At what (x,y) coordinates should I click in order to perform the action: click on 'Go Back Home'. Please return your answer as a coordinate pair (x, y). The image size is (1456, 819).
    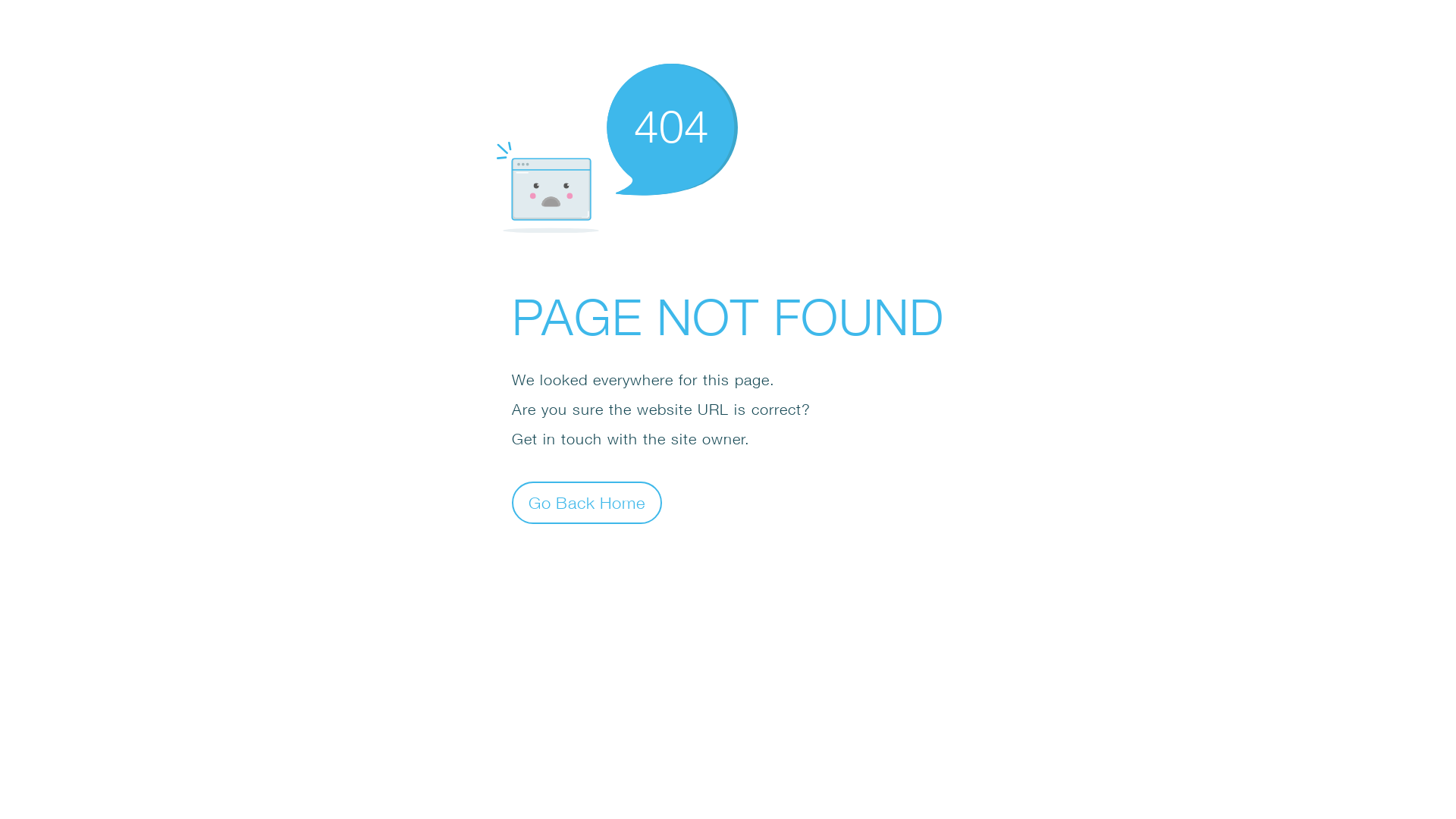
    Looking at the image, I should click on (585, 503).